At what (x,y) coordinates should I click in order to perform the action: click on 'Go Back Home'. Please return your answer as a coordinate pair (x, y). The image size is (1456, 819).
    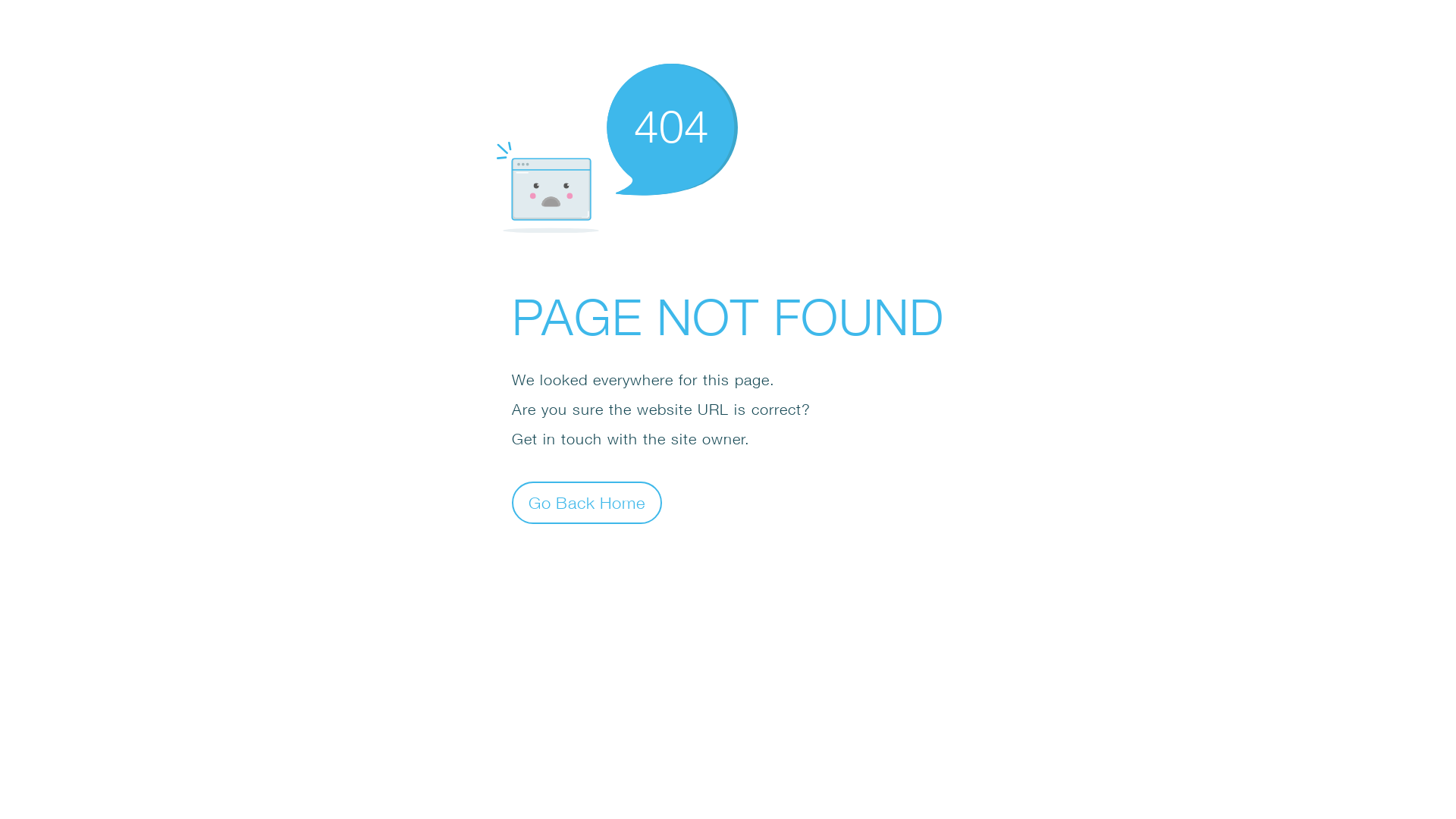
    Looking at the image, I should click on (585, 503).